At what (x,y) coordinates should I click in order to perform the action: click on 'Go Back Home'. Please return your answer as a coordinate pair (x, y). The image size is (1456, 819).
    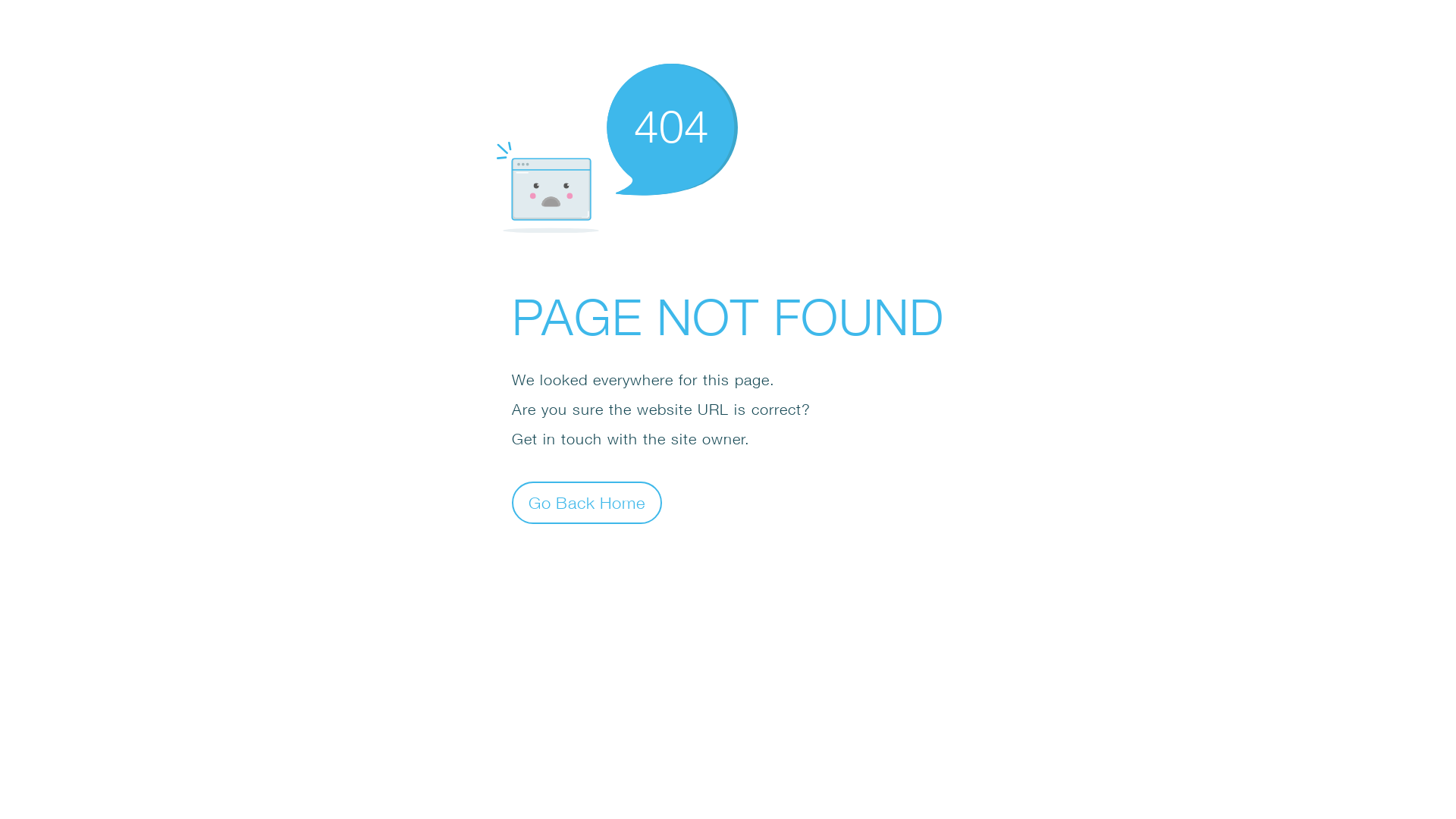
    Looking at the image, I should click on (585, 503).